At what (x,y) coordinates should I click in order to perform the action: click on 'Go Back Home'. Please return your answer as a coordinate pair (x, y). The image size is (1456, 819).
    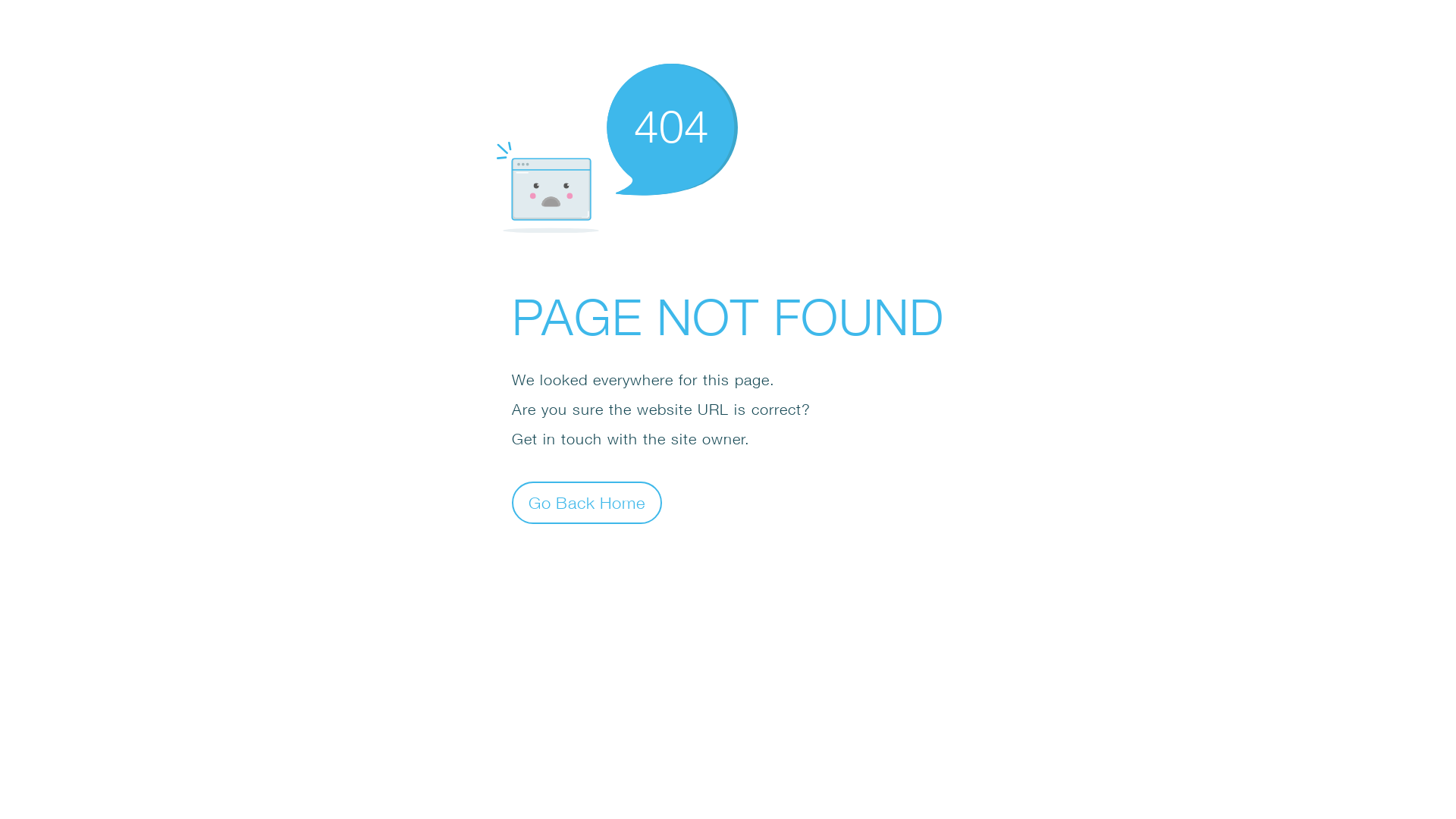
    Looking at the image, I should click on (585, 503).